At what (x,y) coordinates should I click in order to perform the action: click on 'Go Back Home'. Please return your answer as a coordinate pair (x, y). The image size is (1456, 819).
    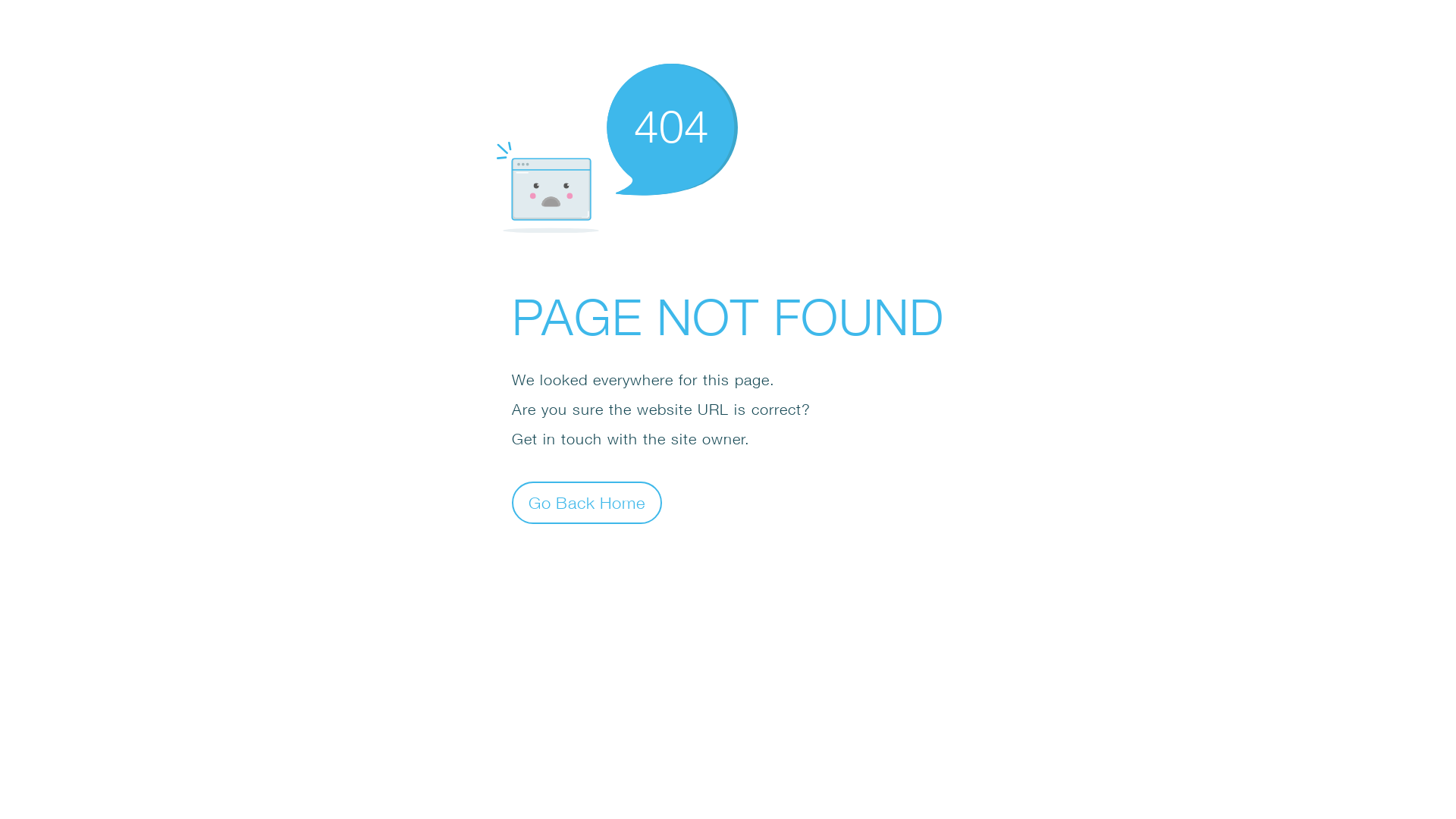
    Looking at the image, I should click on (585, 503).